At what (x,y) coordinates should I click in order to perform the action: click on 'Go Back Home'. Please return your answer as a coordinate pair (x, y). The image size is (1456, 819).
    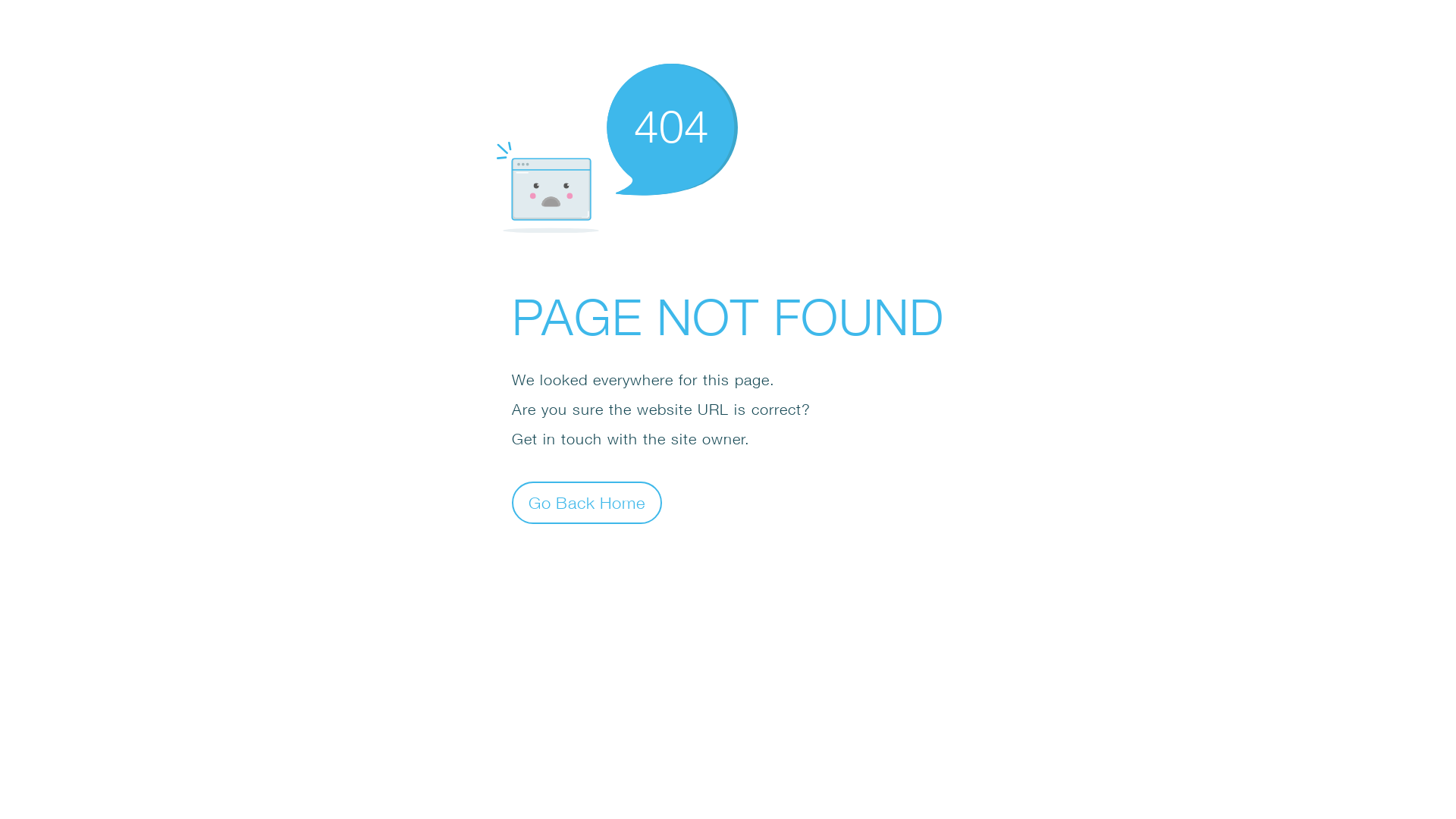
    Looking at the image, I should click on (585, 503).